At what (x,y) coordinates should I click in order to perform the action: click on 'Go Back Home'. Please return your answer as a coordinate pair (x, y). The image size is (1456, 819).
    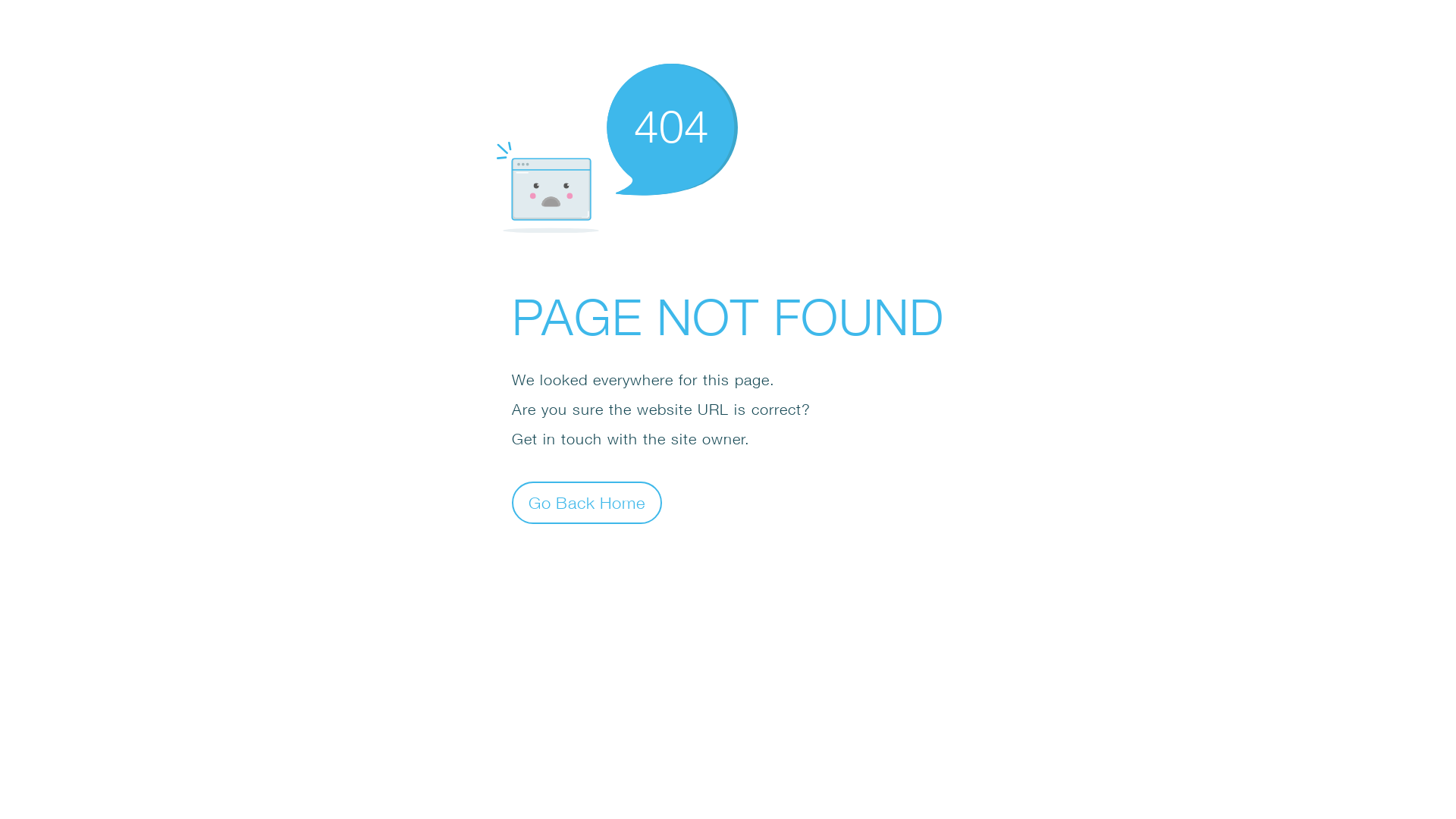
    Looking at the image, I should click on (585, 503).